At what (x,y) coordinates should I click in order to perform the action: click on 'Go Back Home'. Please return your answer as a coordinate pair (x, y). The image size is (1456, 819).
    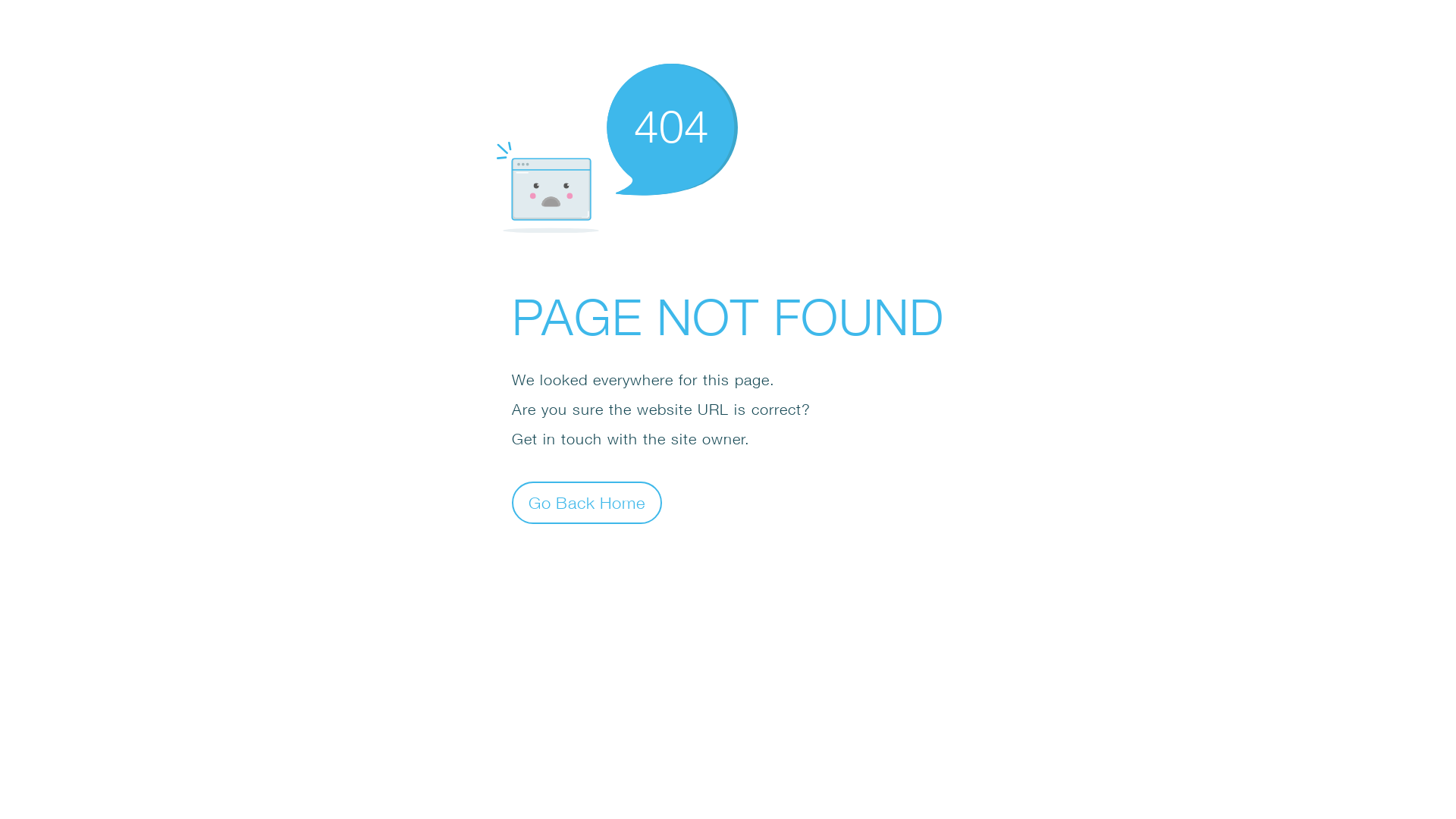
    Looking at the image, I should click on (585, 503).